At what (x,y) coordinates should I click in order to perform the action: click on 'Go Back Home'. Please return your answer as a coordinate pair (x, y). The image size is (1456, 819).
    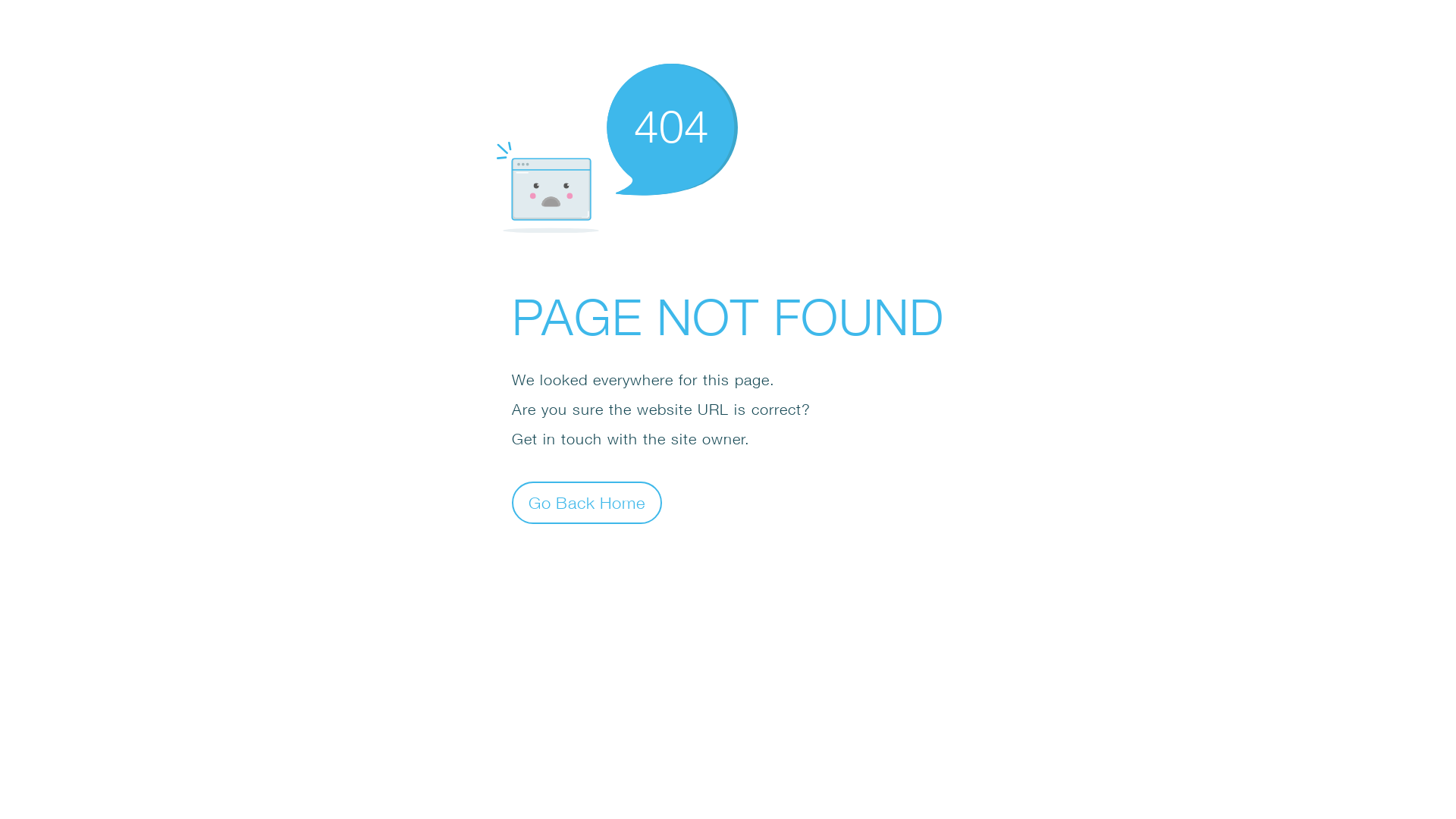
    Looking at the image, I should click on (585, 503).